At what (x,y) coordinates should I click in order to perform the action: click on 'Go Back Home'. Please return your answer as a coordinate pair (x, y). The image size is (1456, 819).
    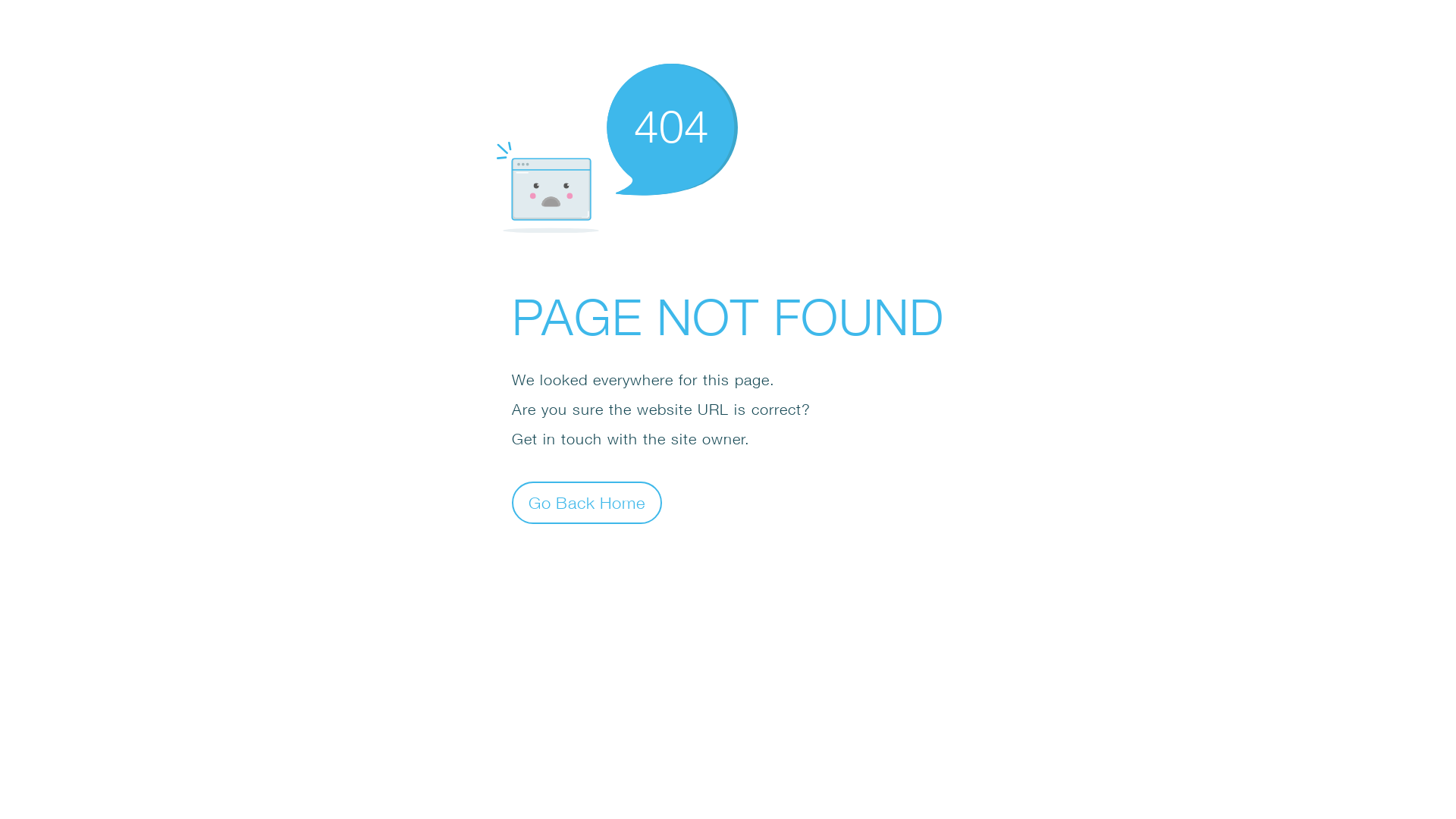
    Looking at the image, I should click on (585, 503).